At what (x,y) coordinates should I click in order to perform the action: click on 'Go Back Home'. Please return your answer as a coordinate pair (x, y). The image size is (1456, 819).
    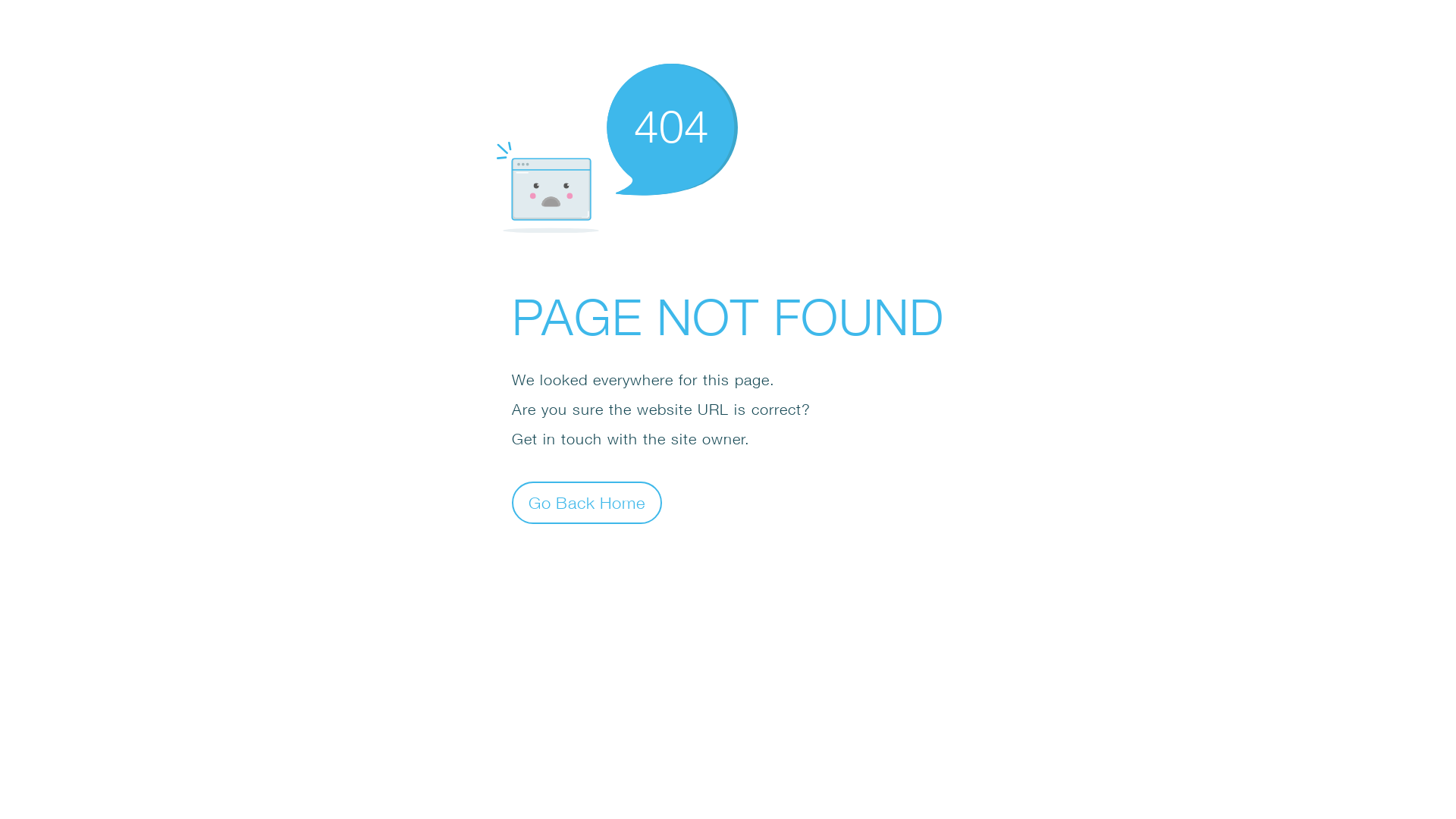
    Looking at the image, I should click on (585, 503).